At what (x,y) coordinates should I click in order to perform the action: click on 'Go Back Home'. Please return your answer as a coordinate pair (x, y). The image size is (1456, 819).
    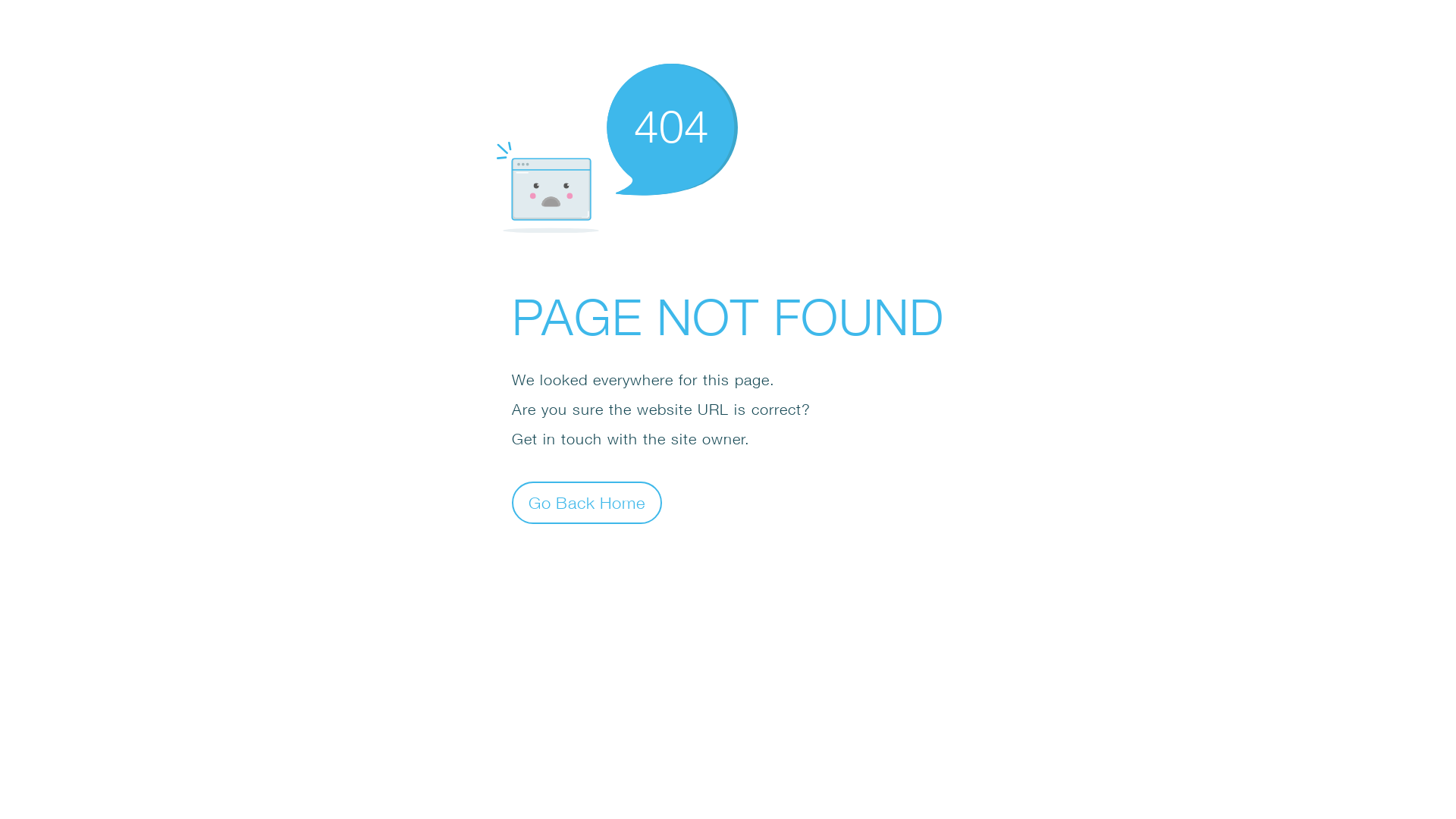
    Looking at the image, I should click on (585, 503).